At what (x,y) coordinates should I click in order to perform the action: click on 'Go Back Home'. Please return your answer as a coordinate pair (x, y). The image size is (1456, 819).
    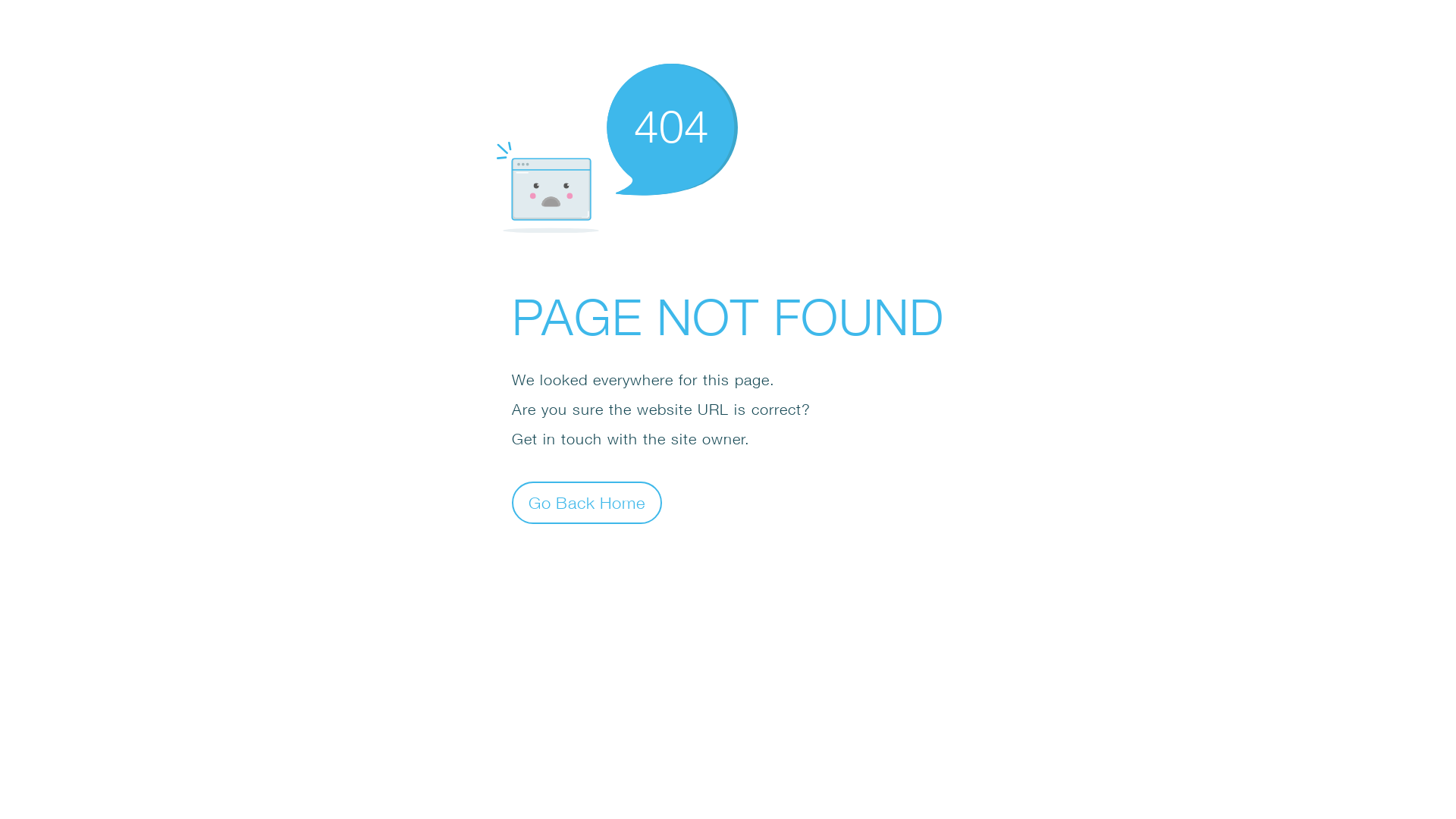
    Looking at the image, I should click on (585, 503).